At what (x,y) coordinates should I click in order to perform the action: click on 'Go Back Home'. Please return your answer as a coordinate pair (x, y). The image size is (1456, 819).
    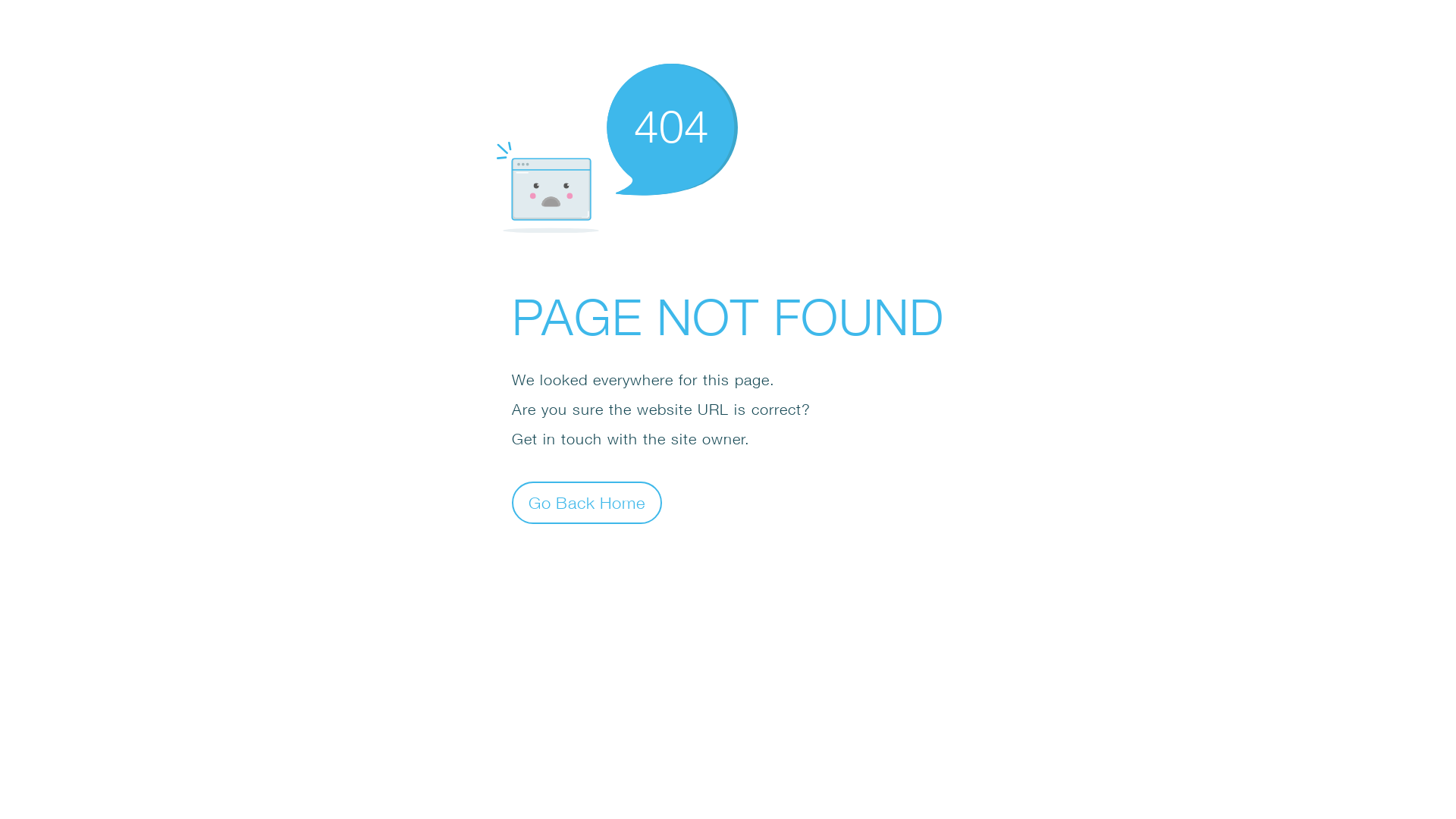
    Looking at the image, I should click on (585, 503).